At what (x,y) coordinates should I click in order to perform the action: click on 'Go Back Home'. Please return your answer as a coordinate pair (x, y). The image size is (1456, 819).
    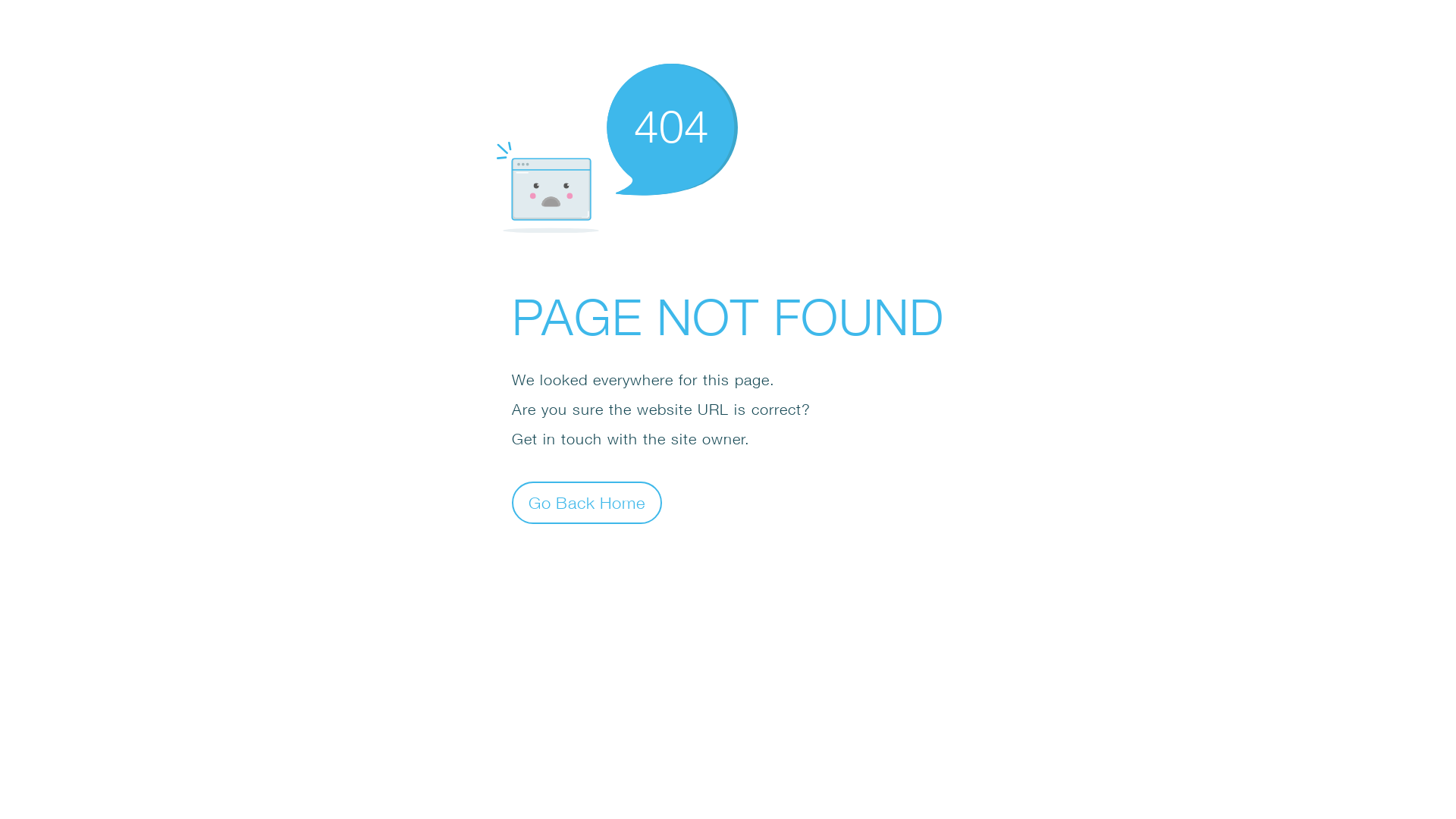
    Looking at the image, I should click on (585, 503).